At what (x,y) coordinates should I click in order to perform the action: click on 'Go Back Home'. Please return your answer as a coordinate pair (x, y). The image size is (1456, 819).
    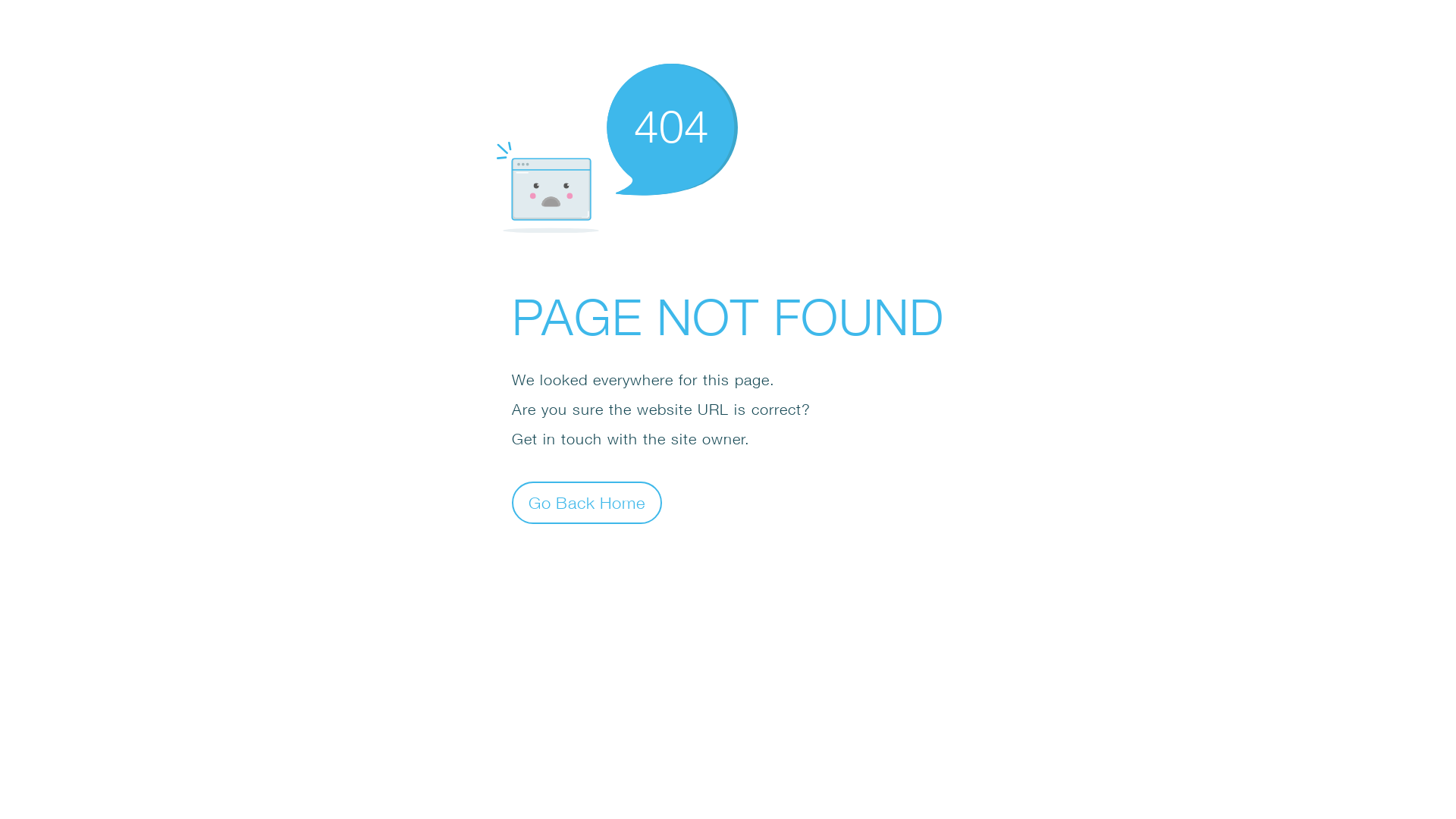
    Looking at the image, I should click on (585, 503).